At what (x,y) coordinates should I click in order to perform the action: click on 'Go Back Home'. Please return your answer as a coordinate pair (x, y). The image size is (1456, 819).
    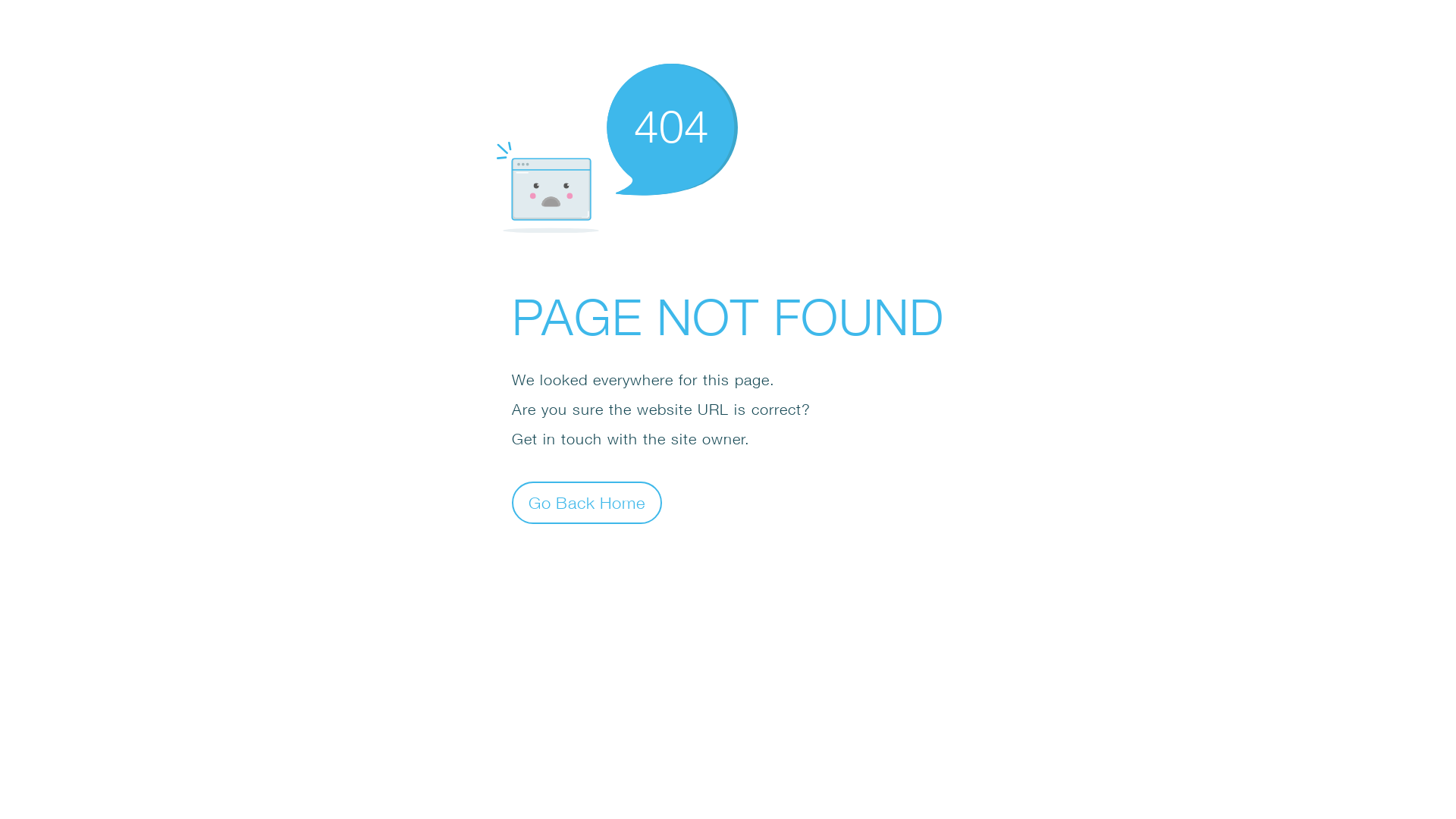
    Looking at the image, I should click on (585, 503).